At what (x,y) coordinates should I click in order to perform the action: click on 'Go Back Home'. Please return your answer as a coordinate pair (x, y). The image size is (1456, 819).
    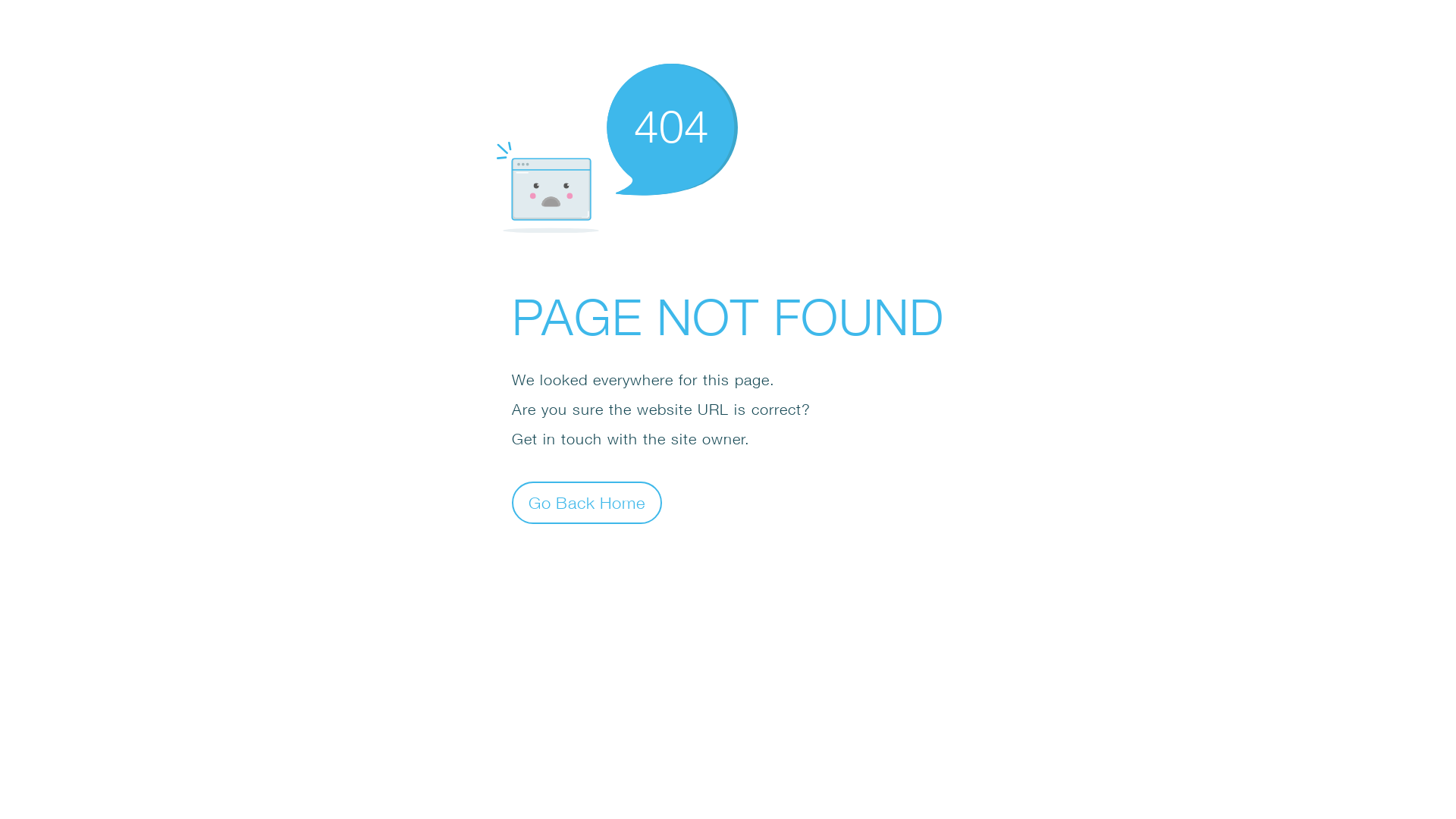
    Looking at the image, I should click on (585, 503).